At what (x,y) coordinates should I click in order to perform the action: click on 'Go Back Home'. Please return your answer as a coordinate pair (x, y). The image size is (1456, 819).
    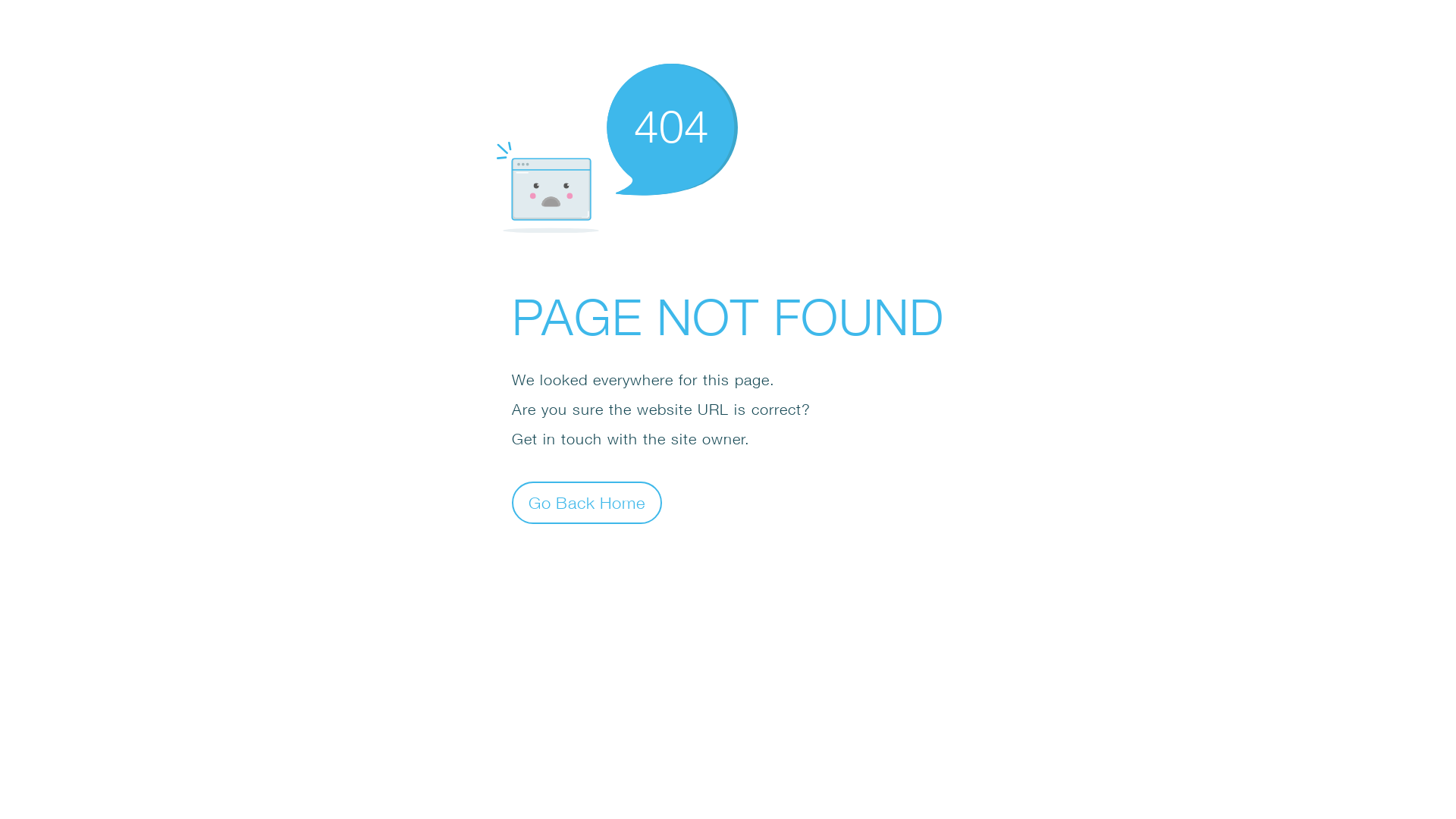
    Looking at the image, I should click on (585, 503).